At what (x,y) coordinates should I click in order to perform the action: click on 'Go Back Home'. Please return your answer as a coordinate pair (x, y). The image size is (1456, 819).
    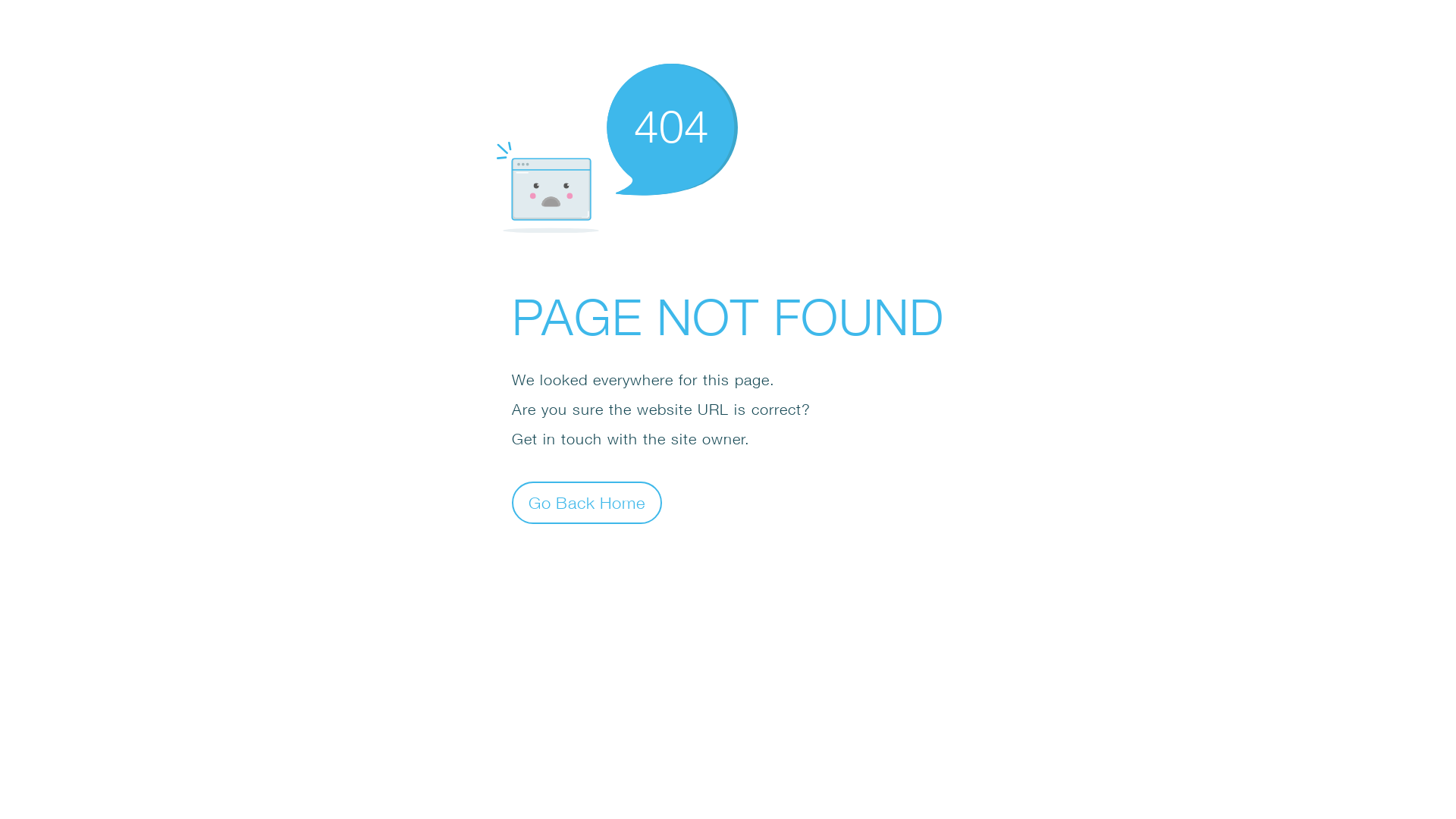
    Looking at the image, I should click on (585, 503).